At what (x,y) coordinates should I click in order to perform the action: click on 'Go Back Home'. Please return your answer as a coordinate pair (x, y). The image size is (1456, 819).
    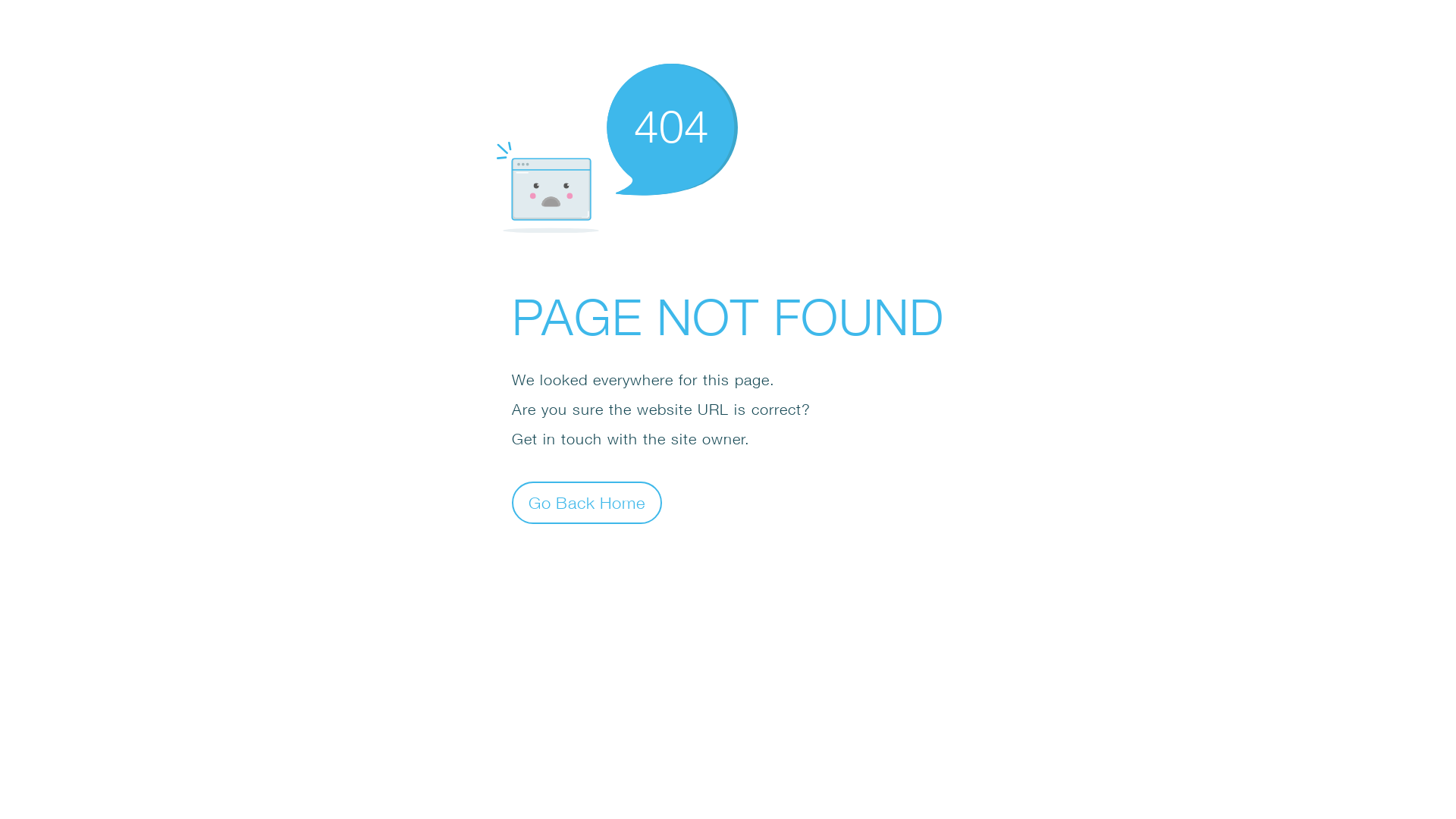
    Looking at the image, I should click on (585, 503).